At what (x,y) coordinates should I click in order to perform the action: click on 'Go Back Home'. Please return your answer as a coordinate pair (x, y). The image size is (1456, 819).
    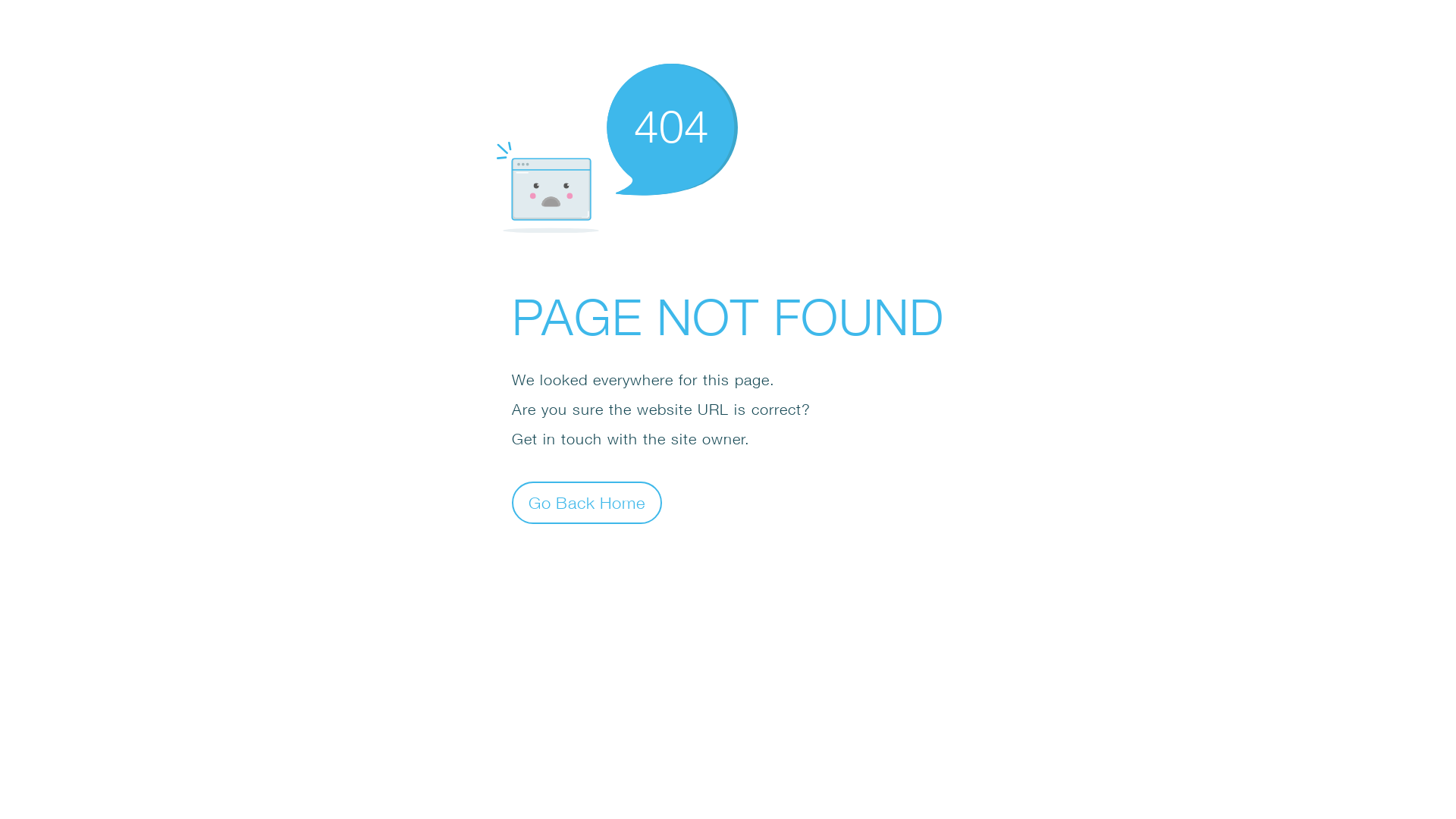
    Looking at the image, I should click on (585, 503).